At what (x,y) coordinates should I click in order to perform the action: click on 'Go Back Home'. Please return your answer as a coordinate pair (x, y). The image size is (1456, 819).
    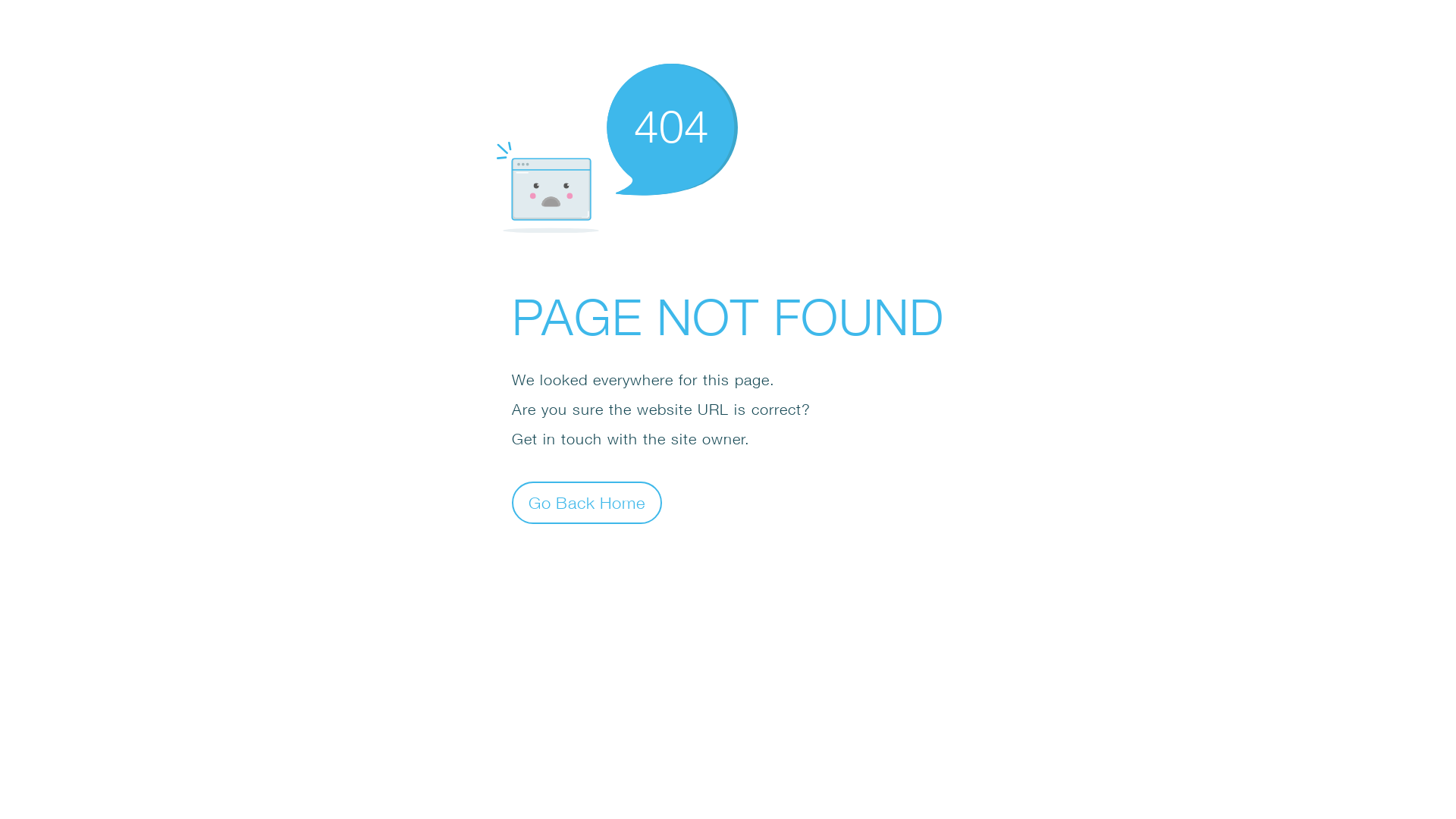
    Looking at the image, I should click on (585, 503).